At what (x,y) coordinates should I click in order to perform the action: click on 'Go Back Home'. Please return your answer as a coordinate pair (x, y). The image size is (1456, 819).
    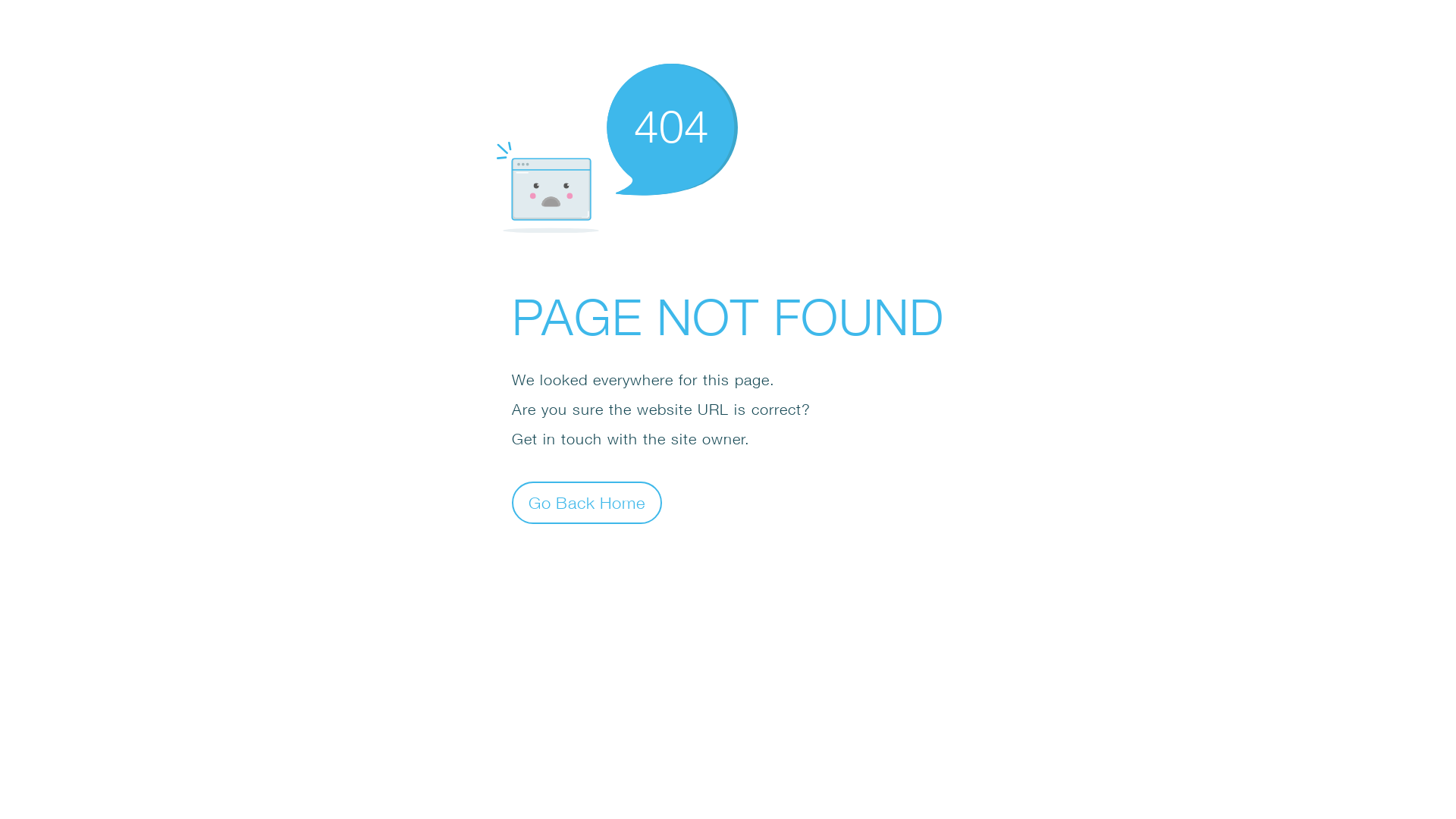
    Looking at the image, I should click on (585, 503).